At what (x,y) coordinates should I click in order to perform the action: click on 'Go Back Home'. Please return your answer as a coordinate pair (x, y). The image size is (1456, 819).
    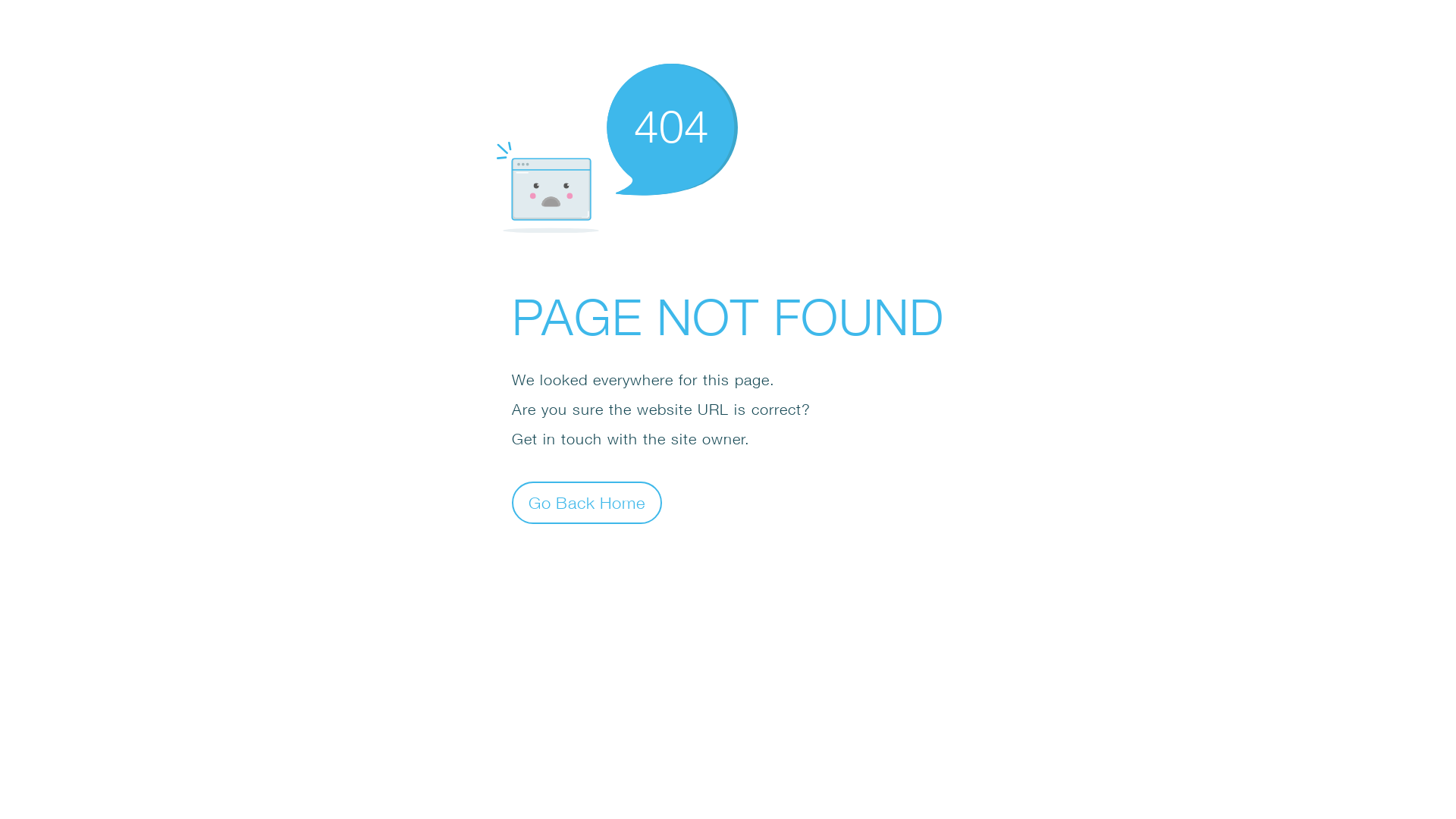
    Looking at the image, I should click on (585, 503).